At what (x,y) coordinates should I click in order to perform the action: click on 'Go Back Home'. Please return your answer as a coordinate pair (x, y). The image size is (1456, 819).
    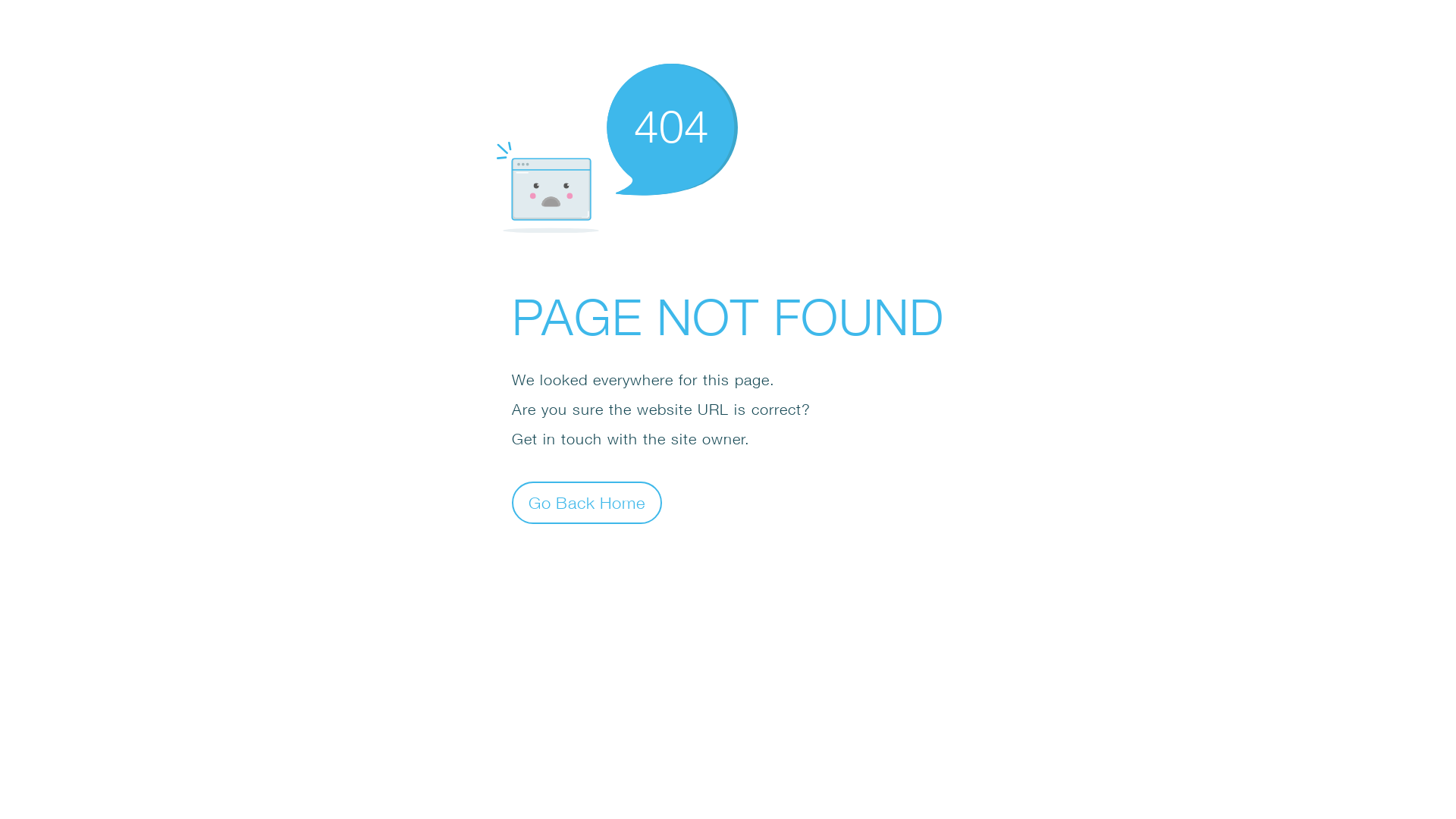
    Looking at the image, I should click on (585, 503).